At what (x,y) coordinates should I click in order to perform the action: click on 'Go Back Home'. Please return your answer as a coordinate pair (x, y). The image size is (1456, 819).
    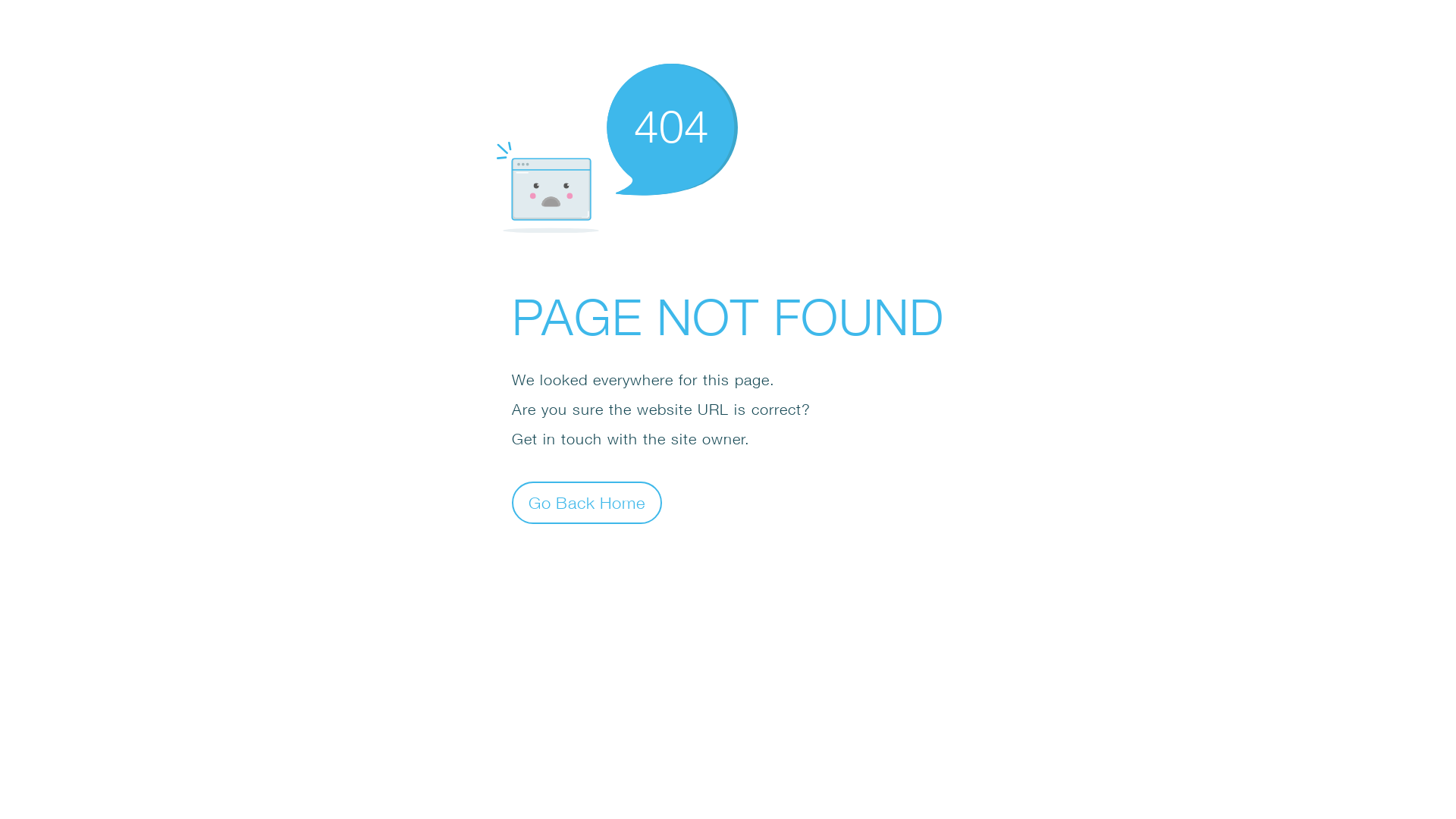
    Looking at the image, I should click on (585, 503).